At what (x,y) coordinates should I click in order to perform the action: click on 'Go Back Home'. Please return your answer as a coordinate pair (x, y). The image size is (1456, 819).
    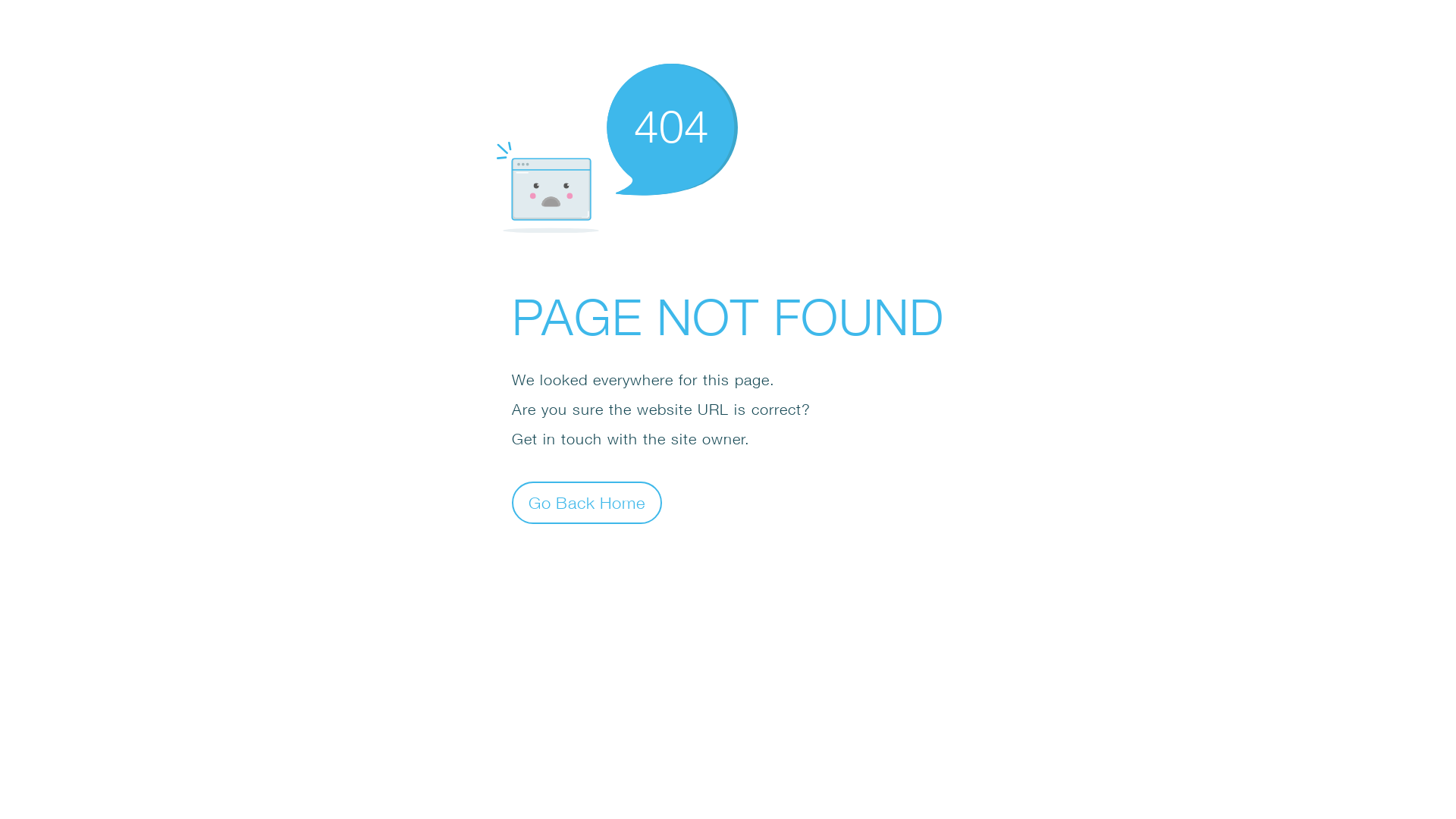
    Looking at the image, I should click on (585, 503).